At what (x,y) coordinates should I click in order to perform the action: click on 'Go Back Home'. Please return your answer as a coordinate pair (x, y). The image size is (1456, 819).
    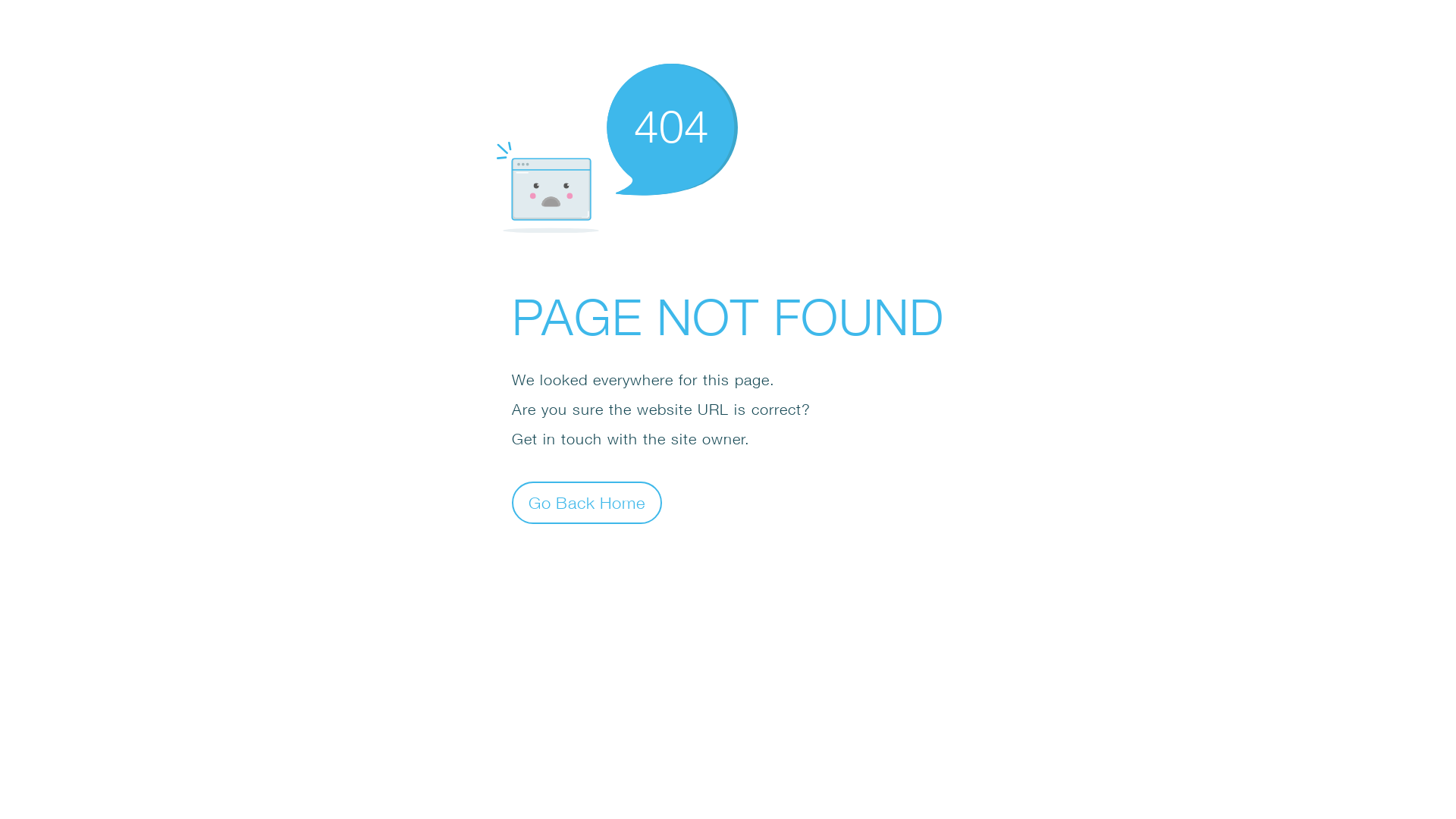
    Looking at the image, I should click on (585, 503).